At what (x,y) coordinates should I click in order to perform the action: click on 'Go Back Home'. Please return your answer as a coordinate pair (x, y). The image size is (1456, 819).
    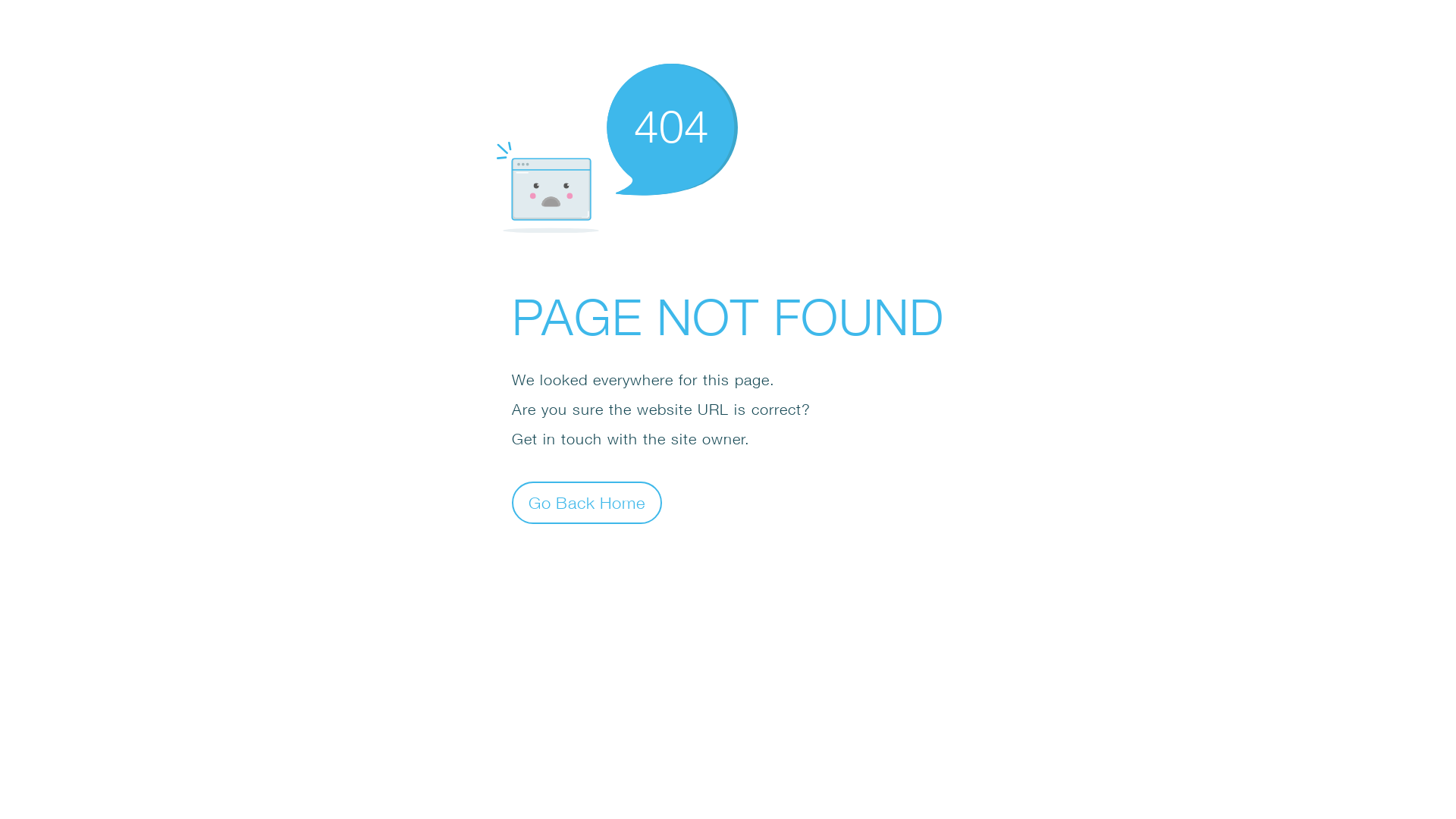
    Looking at the image, I should click on (585, 503).